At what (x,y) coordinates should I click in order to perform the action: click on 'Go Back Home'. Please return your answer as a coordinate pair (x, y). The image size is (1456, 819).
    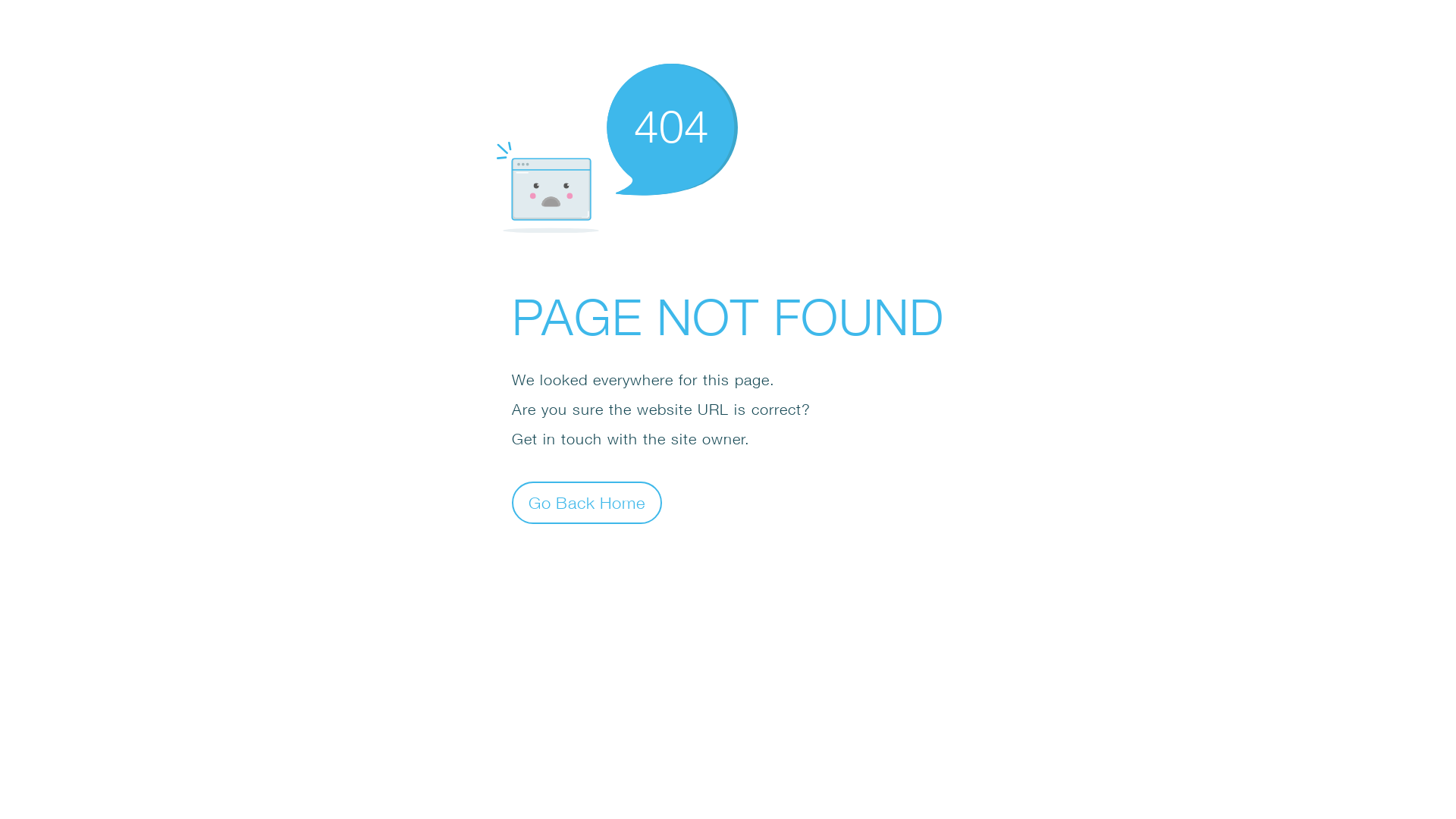
    Looking at the image, I should click on (585, 503).